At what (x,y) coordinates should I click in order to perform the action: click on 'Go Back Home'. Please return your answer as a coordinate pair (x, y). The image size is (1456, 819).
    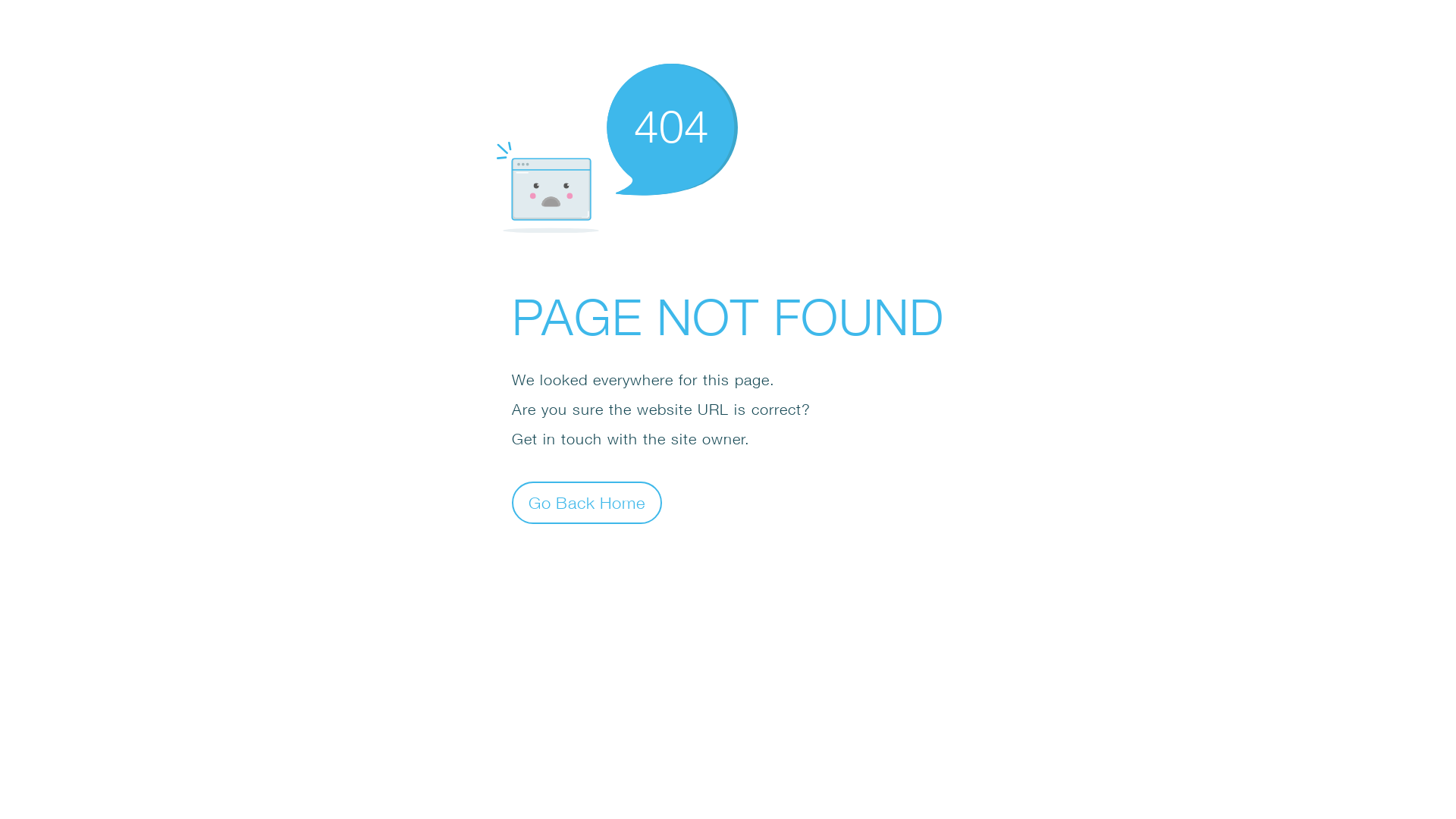
    Looking at the image, I should click on (585, 503).